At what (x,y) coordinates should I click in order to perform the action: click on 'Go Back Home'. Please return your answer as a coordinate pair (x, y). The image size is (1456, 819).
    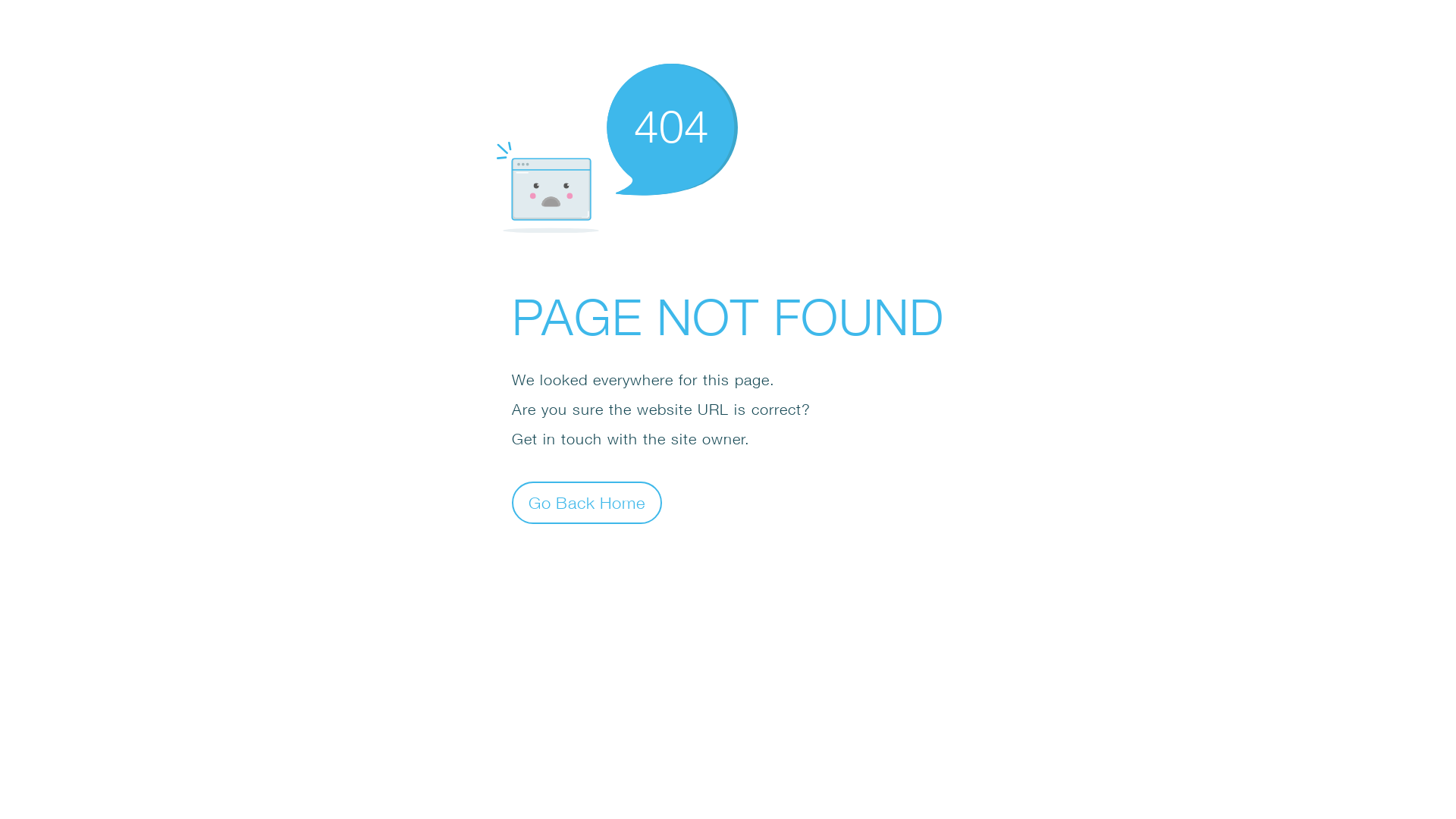
    Looking at the image, I should click on (585, 503).